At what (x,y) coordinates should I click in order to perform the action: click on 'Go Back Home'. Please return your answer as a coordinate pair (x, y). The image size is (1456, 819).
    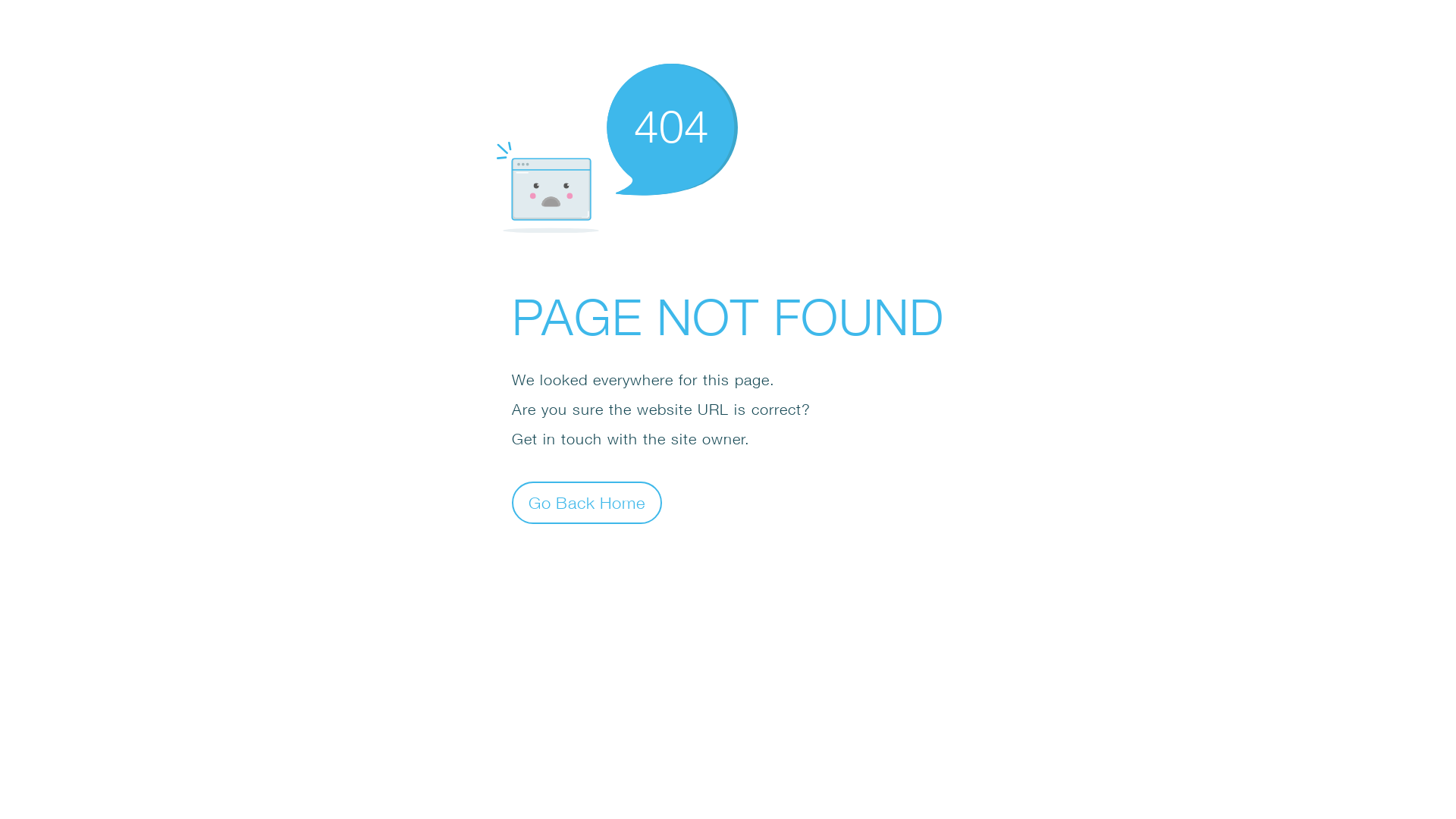
    Looking at the image, I should click on (585, 503).